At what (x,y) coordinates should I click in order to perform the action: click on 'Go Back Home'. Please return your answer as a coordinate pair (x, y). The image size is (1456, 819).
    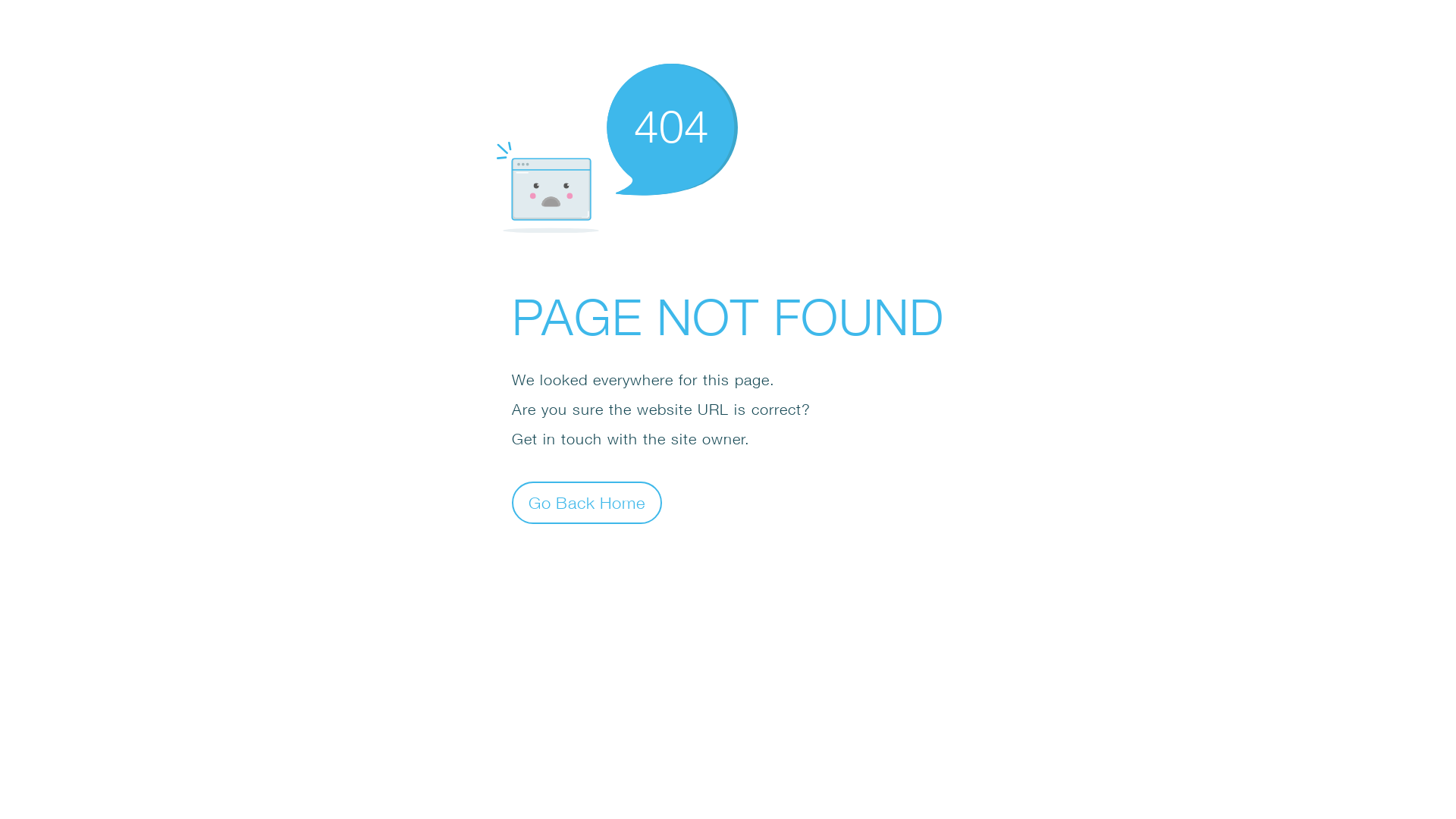
    Looking at the image, I should click on (585, 503).